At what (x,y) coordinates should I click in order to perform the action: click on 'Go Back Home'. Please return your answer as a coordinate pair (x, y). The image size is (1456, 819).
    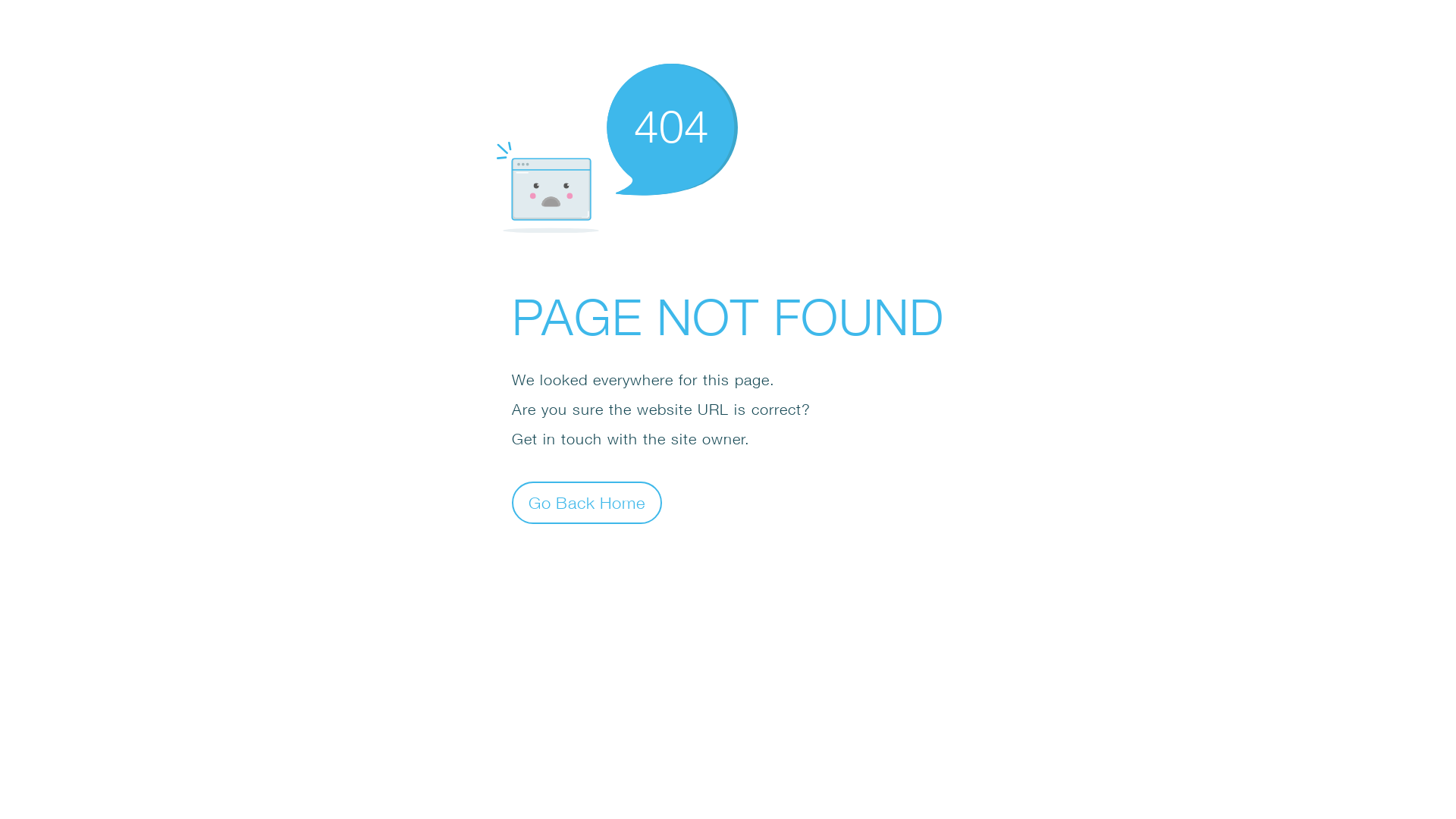
    Looking at the image, I should click on (585, 503).